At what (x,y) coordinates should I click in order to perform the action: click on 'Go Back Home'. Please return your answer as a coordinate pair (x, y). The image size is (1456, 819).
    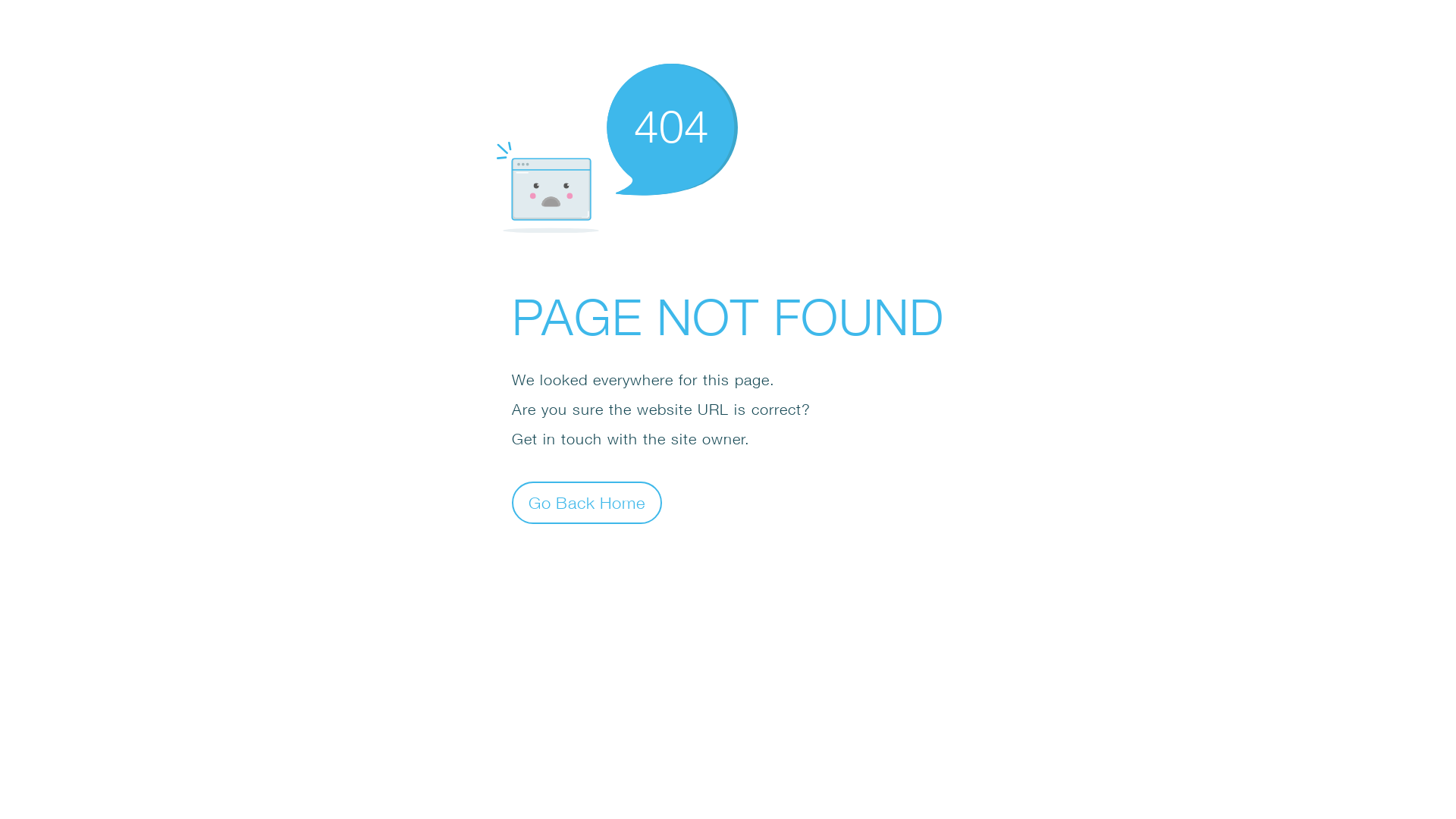
    Looking at the image, I should click on (585, 503).